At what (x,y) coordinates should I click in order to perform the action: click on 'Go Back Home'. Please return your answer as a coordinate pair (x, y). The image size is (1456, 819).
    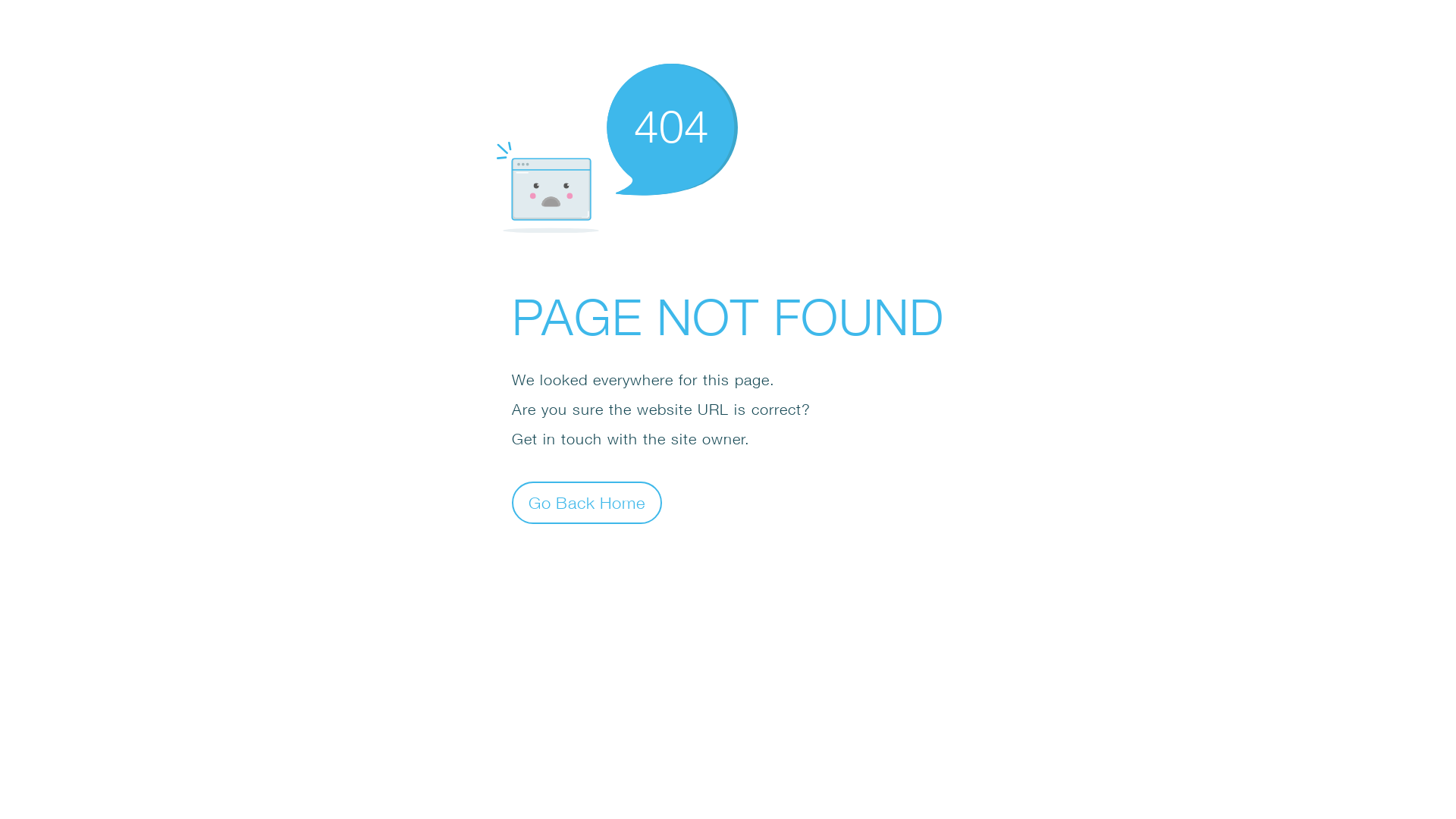
    Looking at the image, I should click on (585, 503).